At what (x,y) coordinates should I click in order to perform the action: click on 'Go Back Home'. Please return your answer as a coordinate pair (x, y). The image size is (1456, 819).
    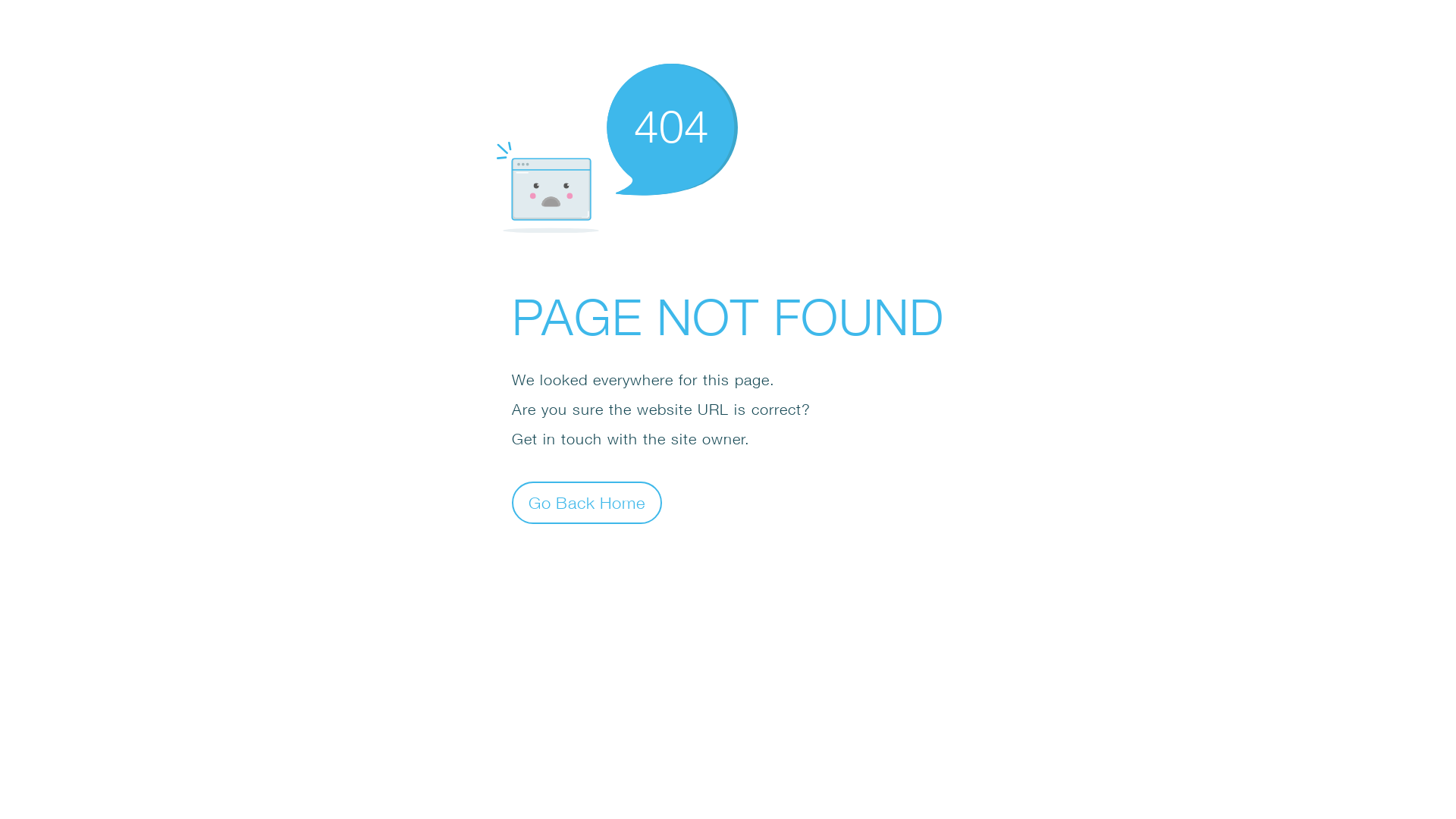
    Looking at the image, I should click on (585, 503).